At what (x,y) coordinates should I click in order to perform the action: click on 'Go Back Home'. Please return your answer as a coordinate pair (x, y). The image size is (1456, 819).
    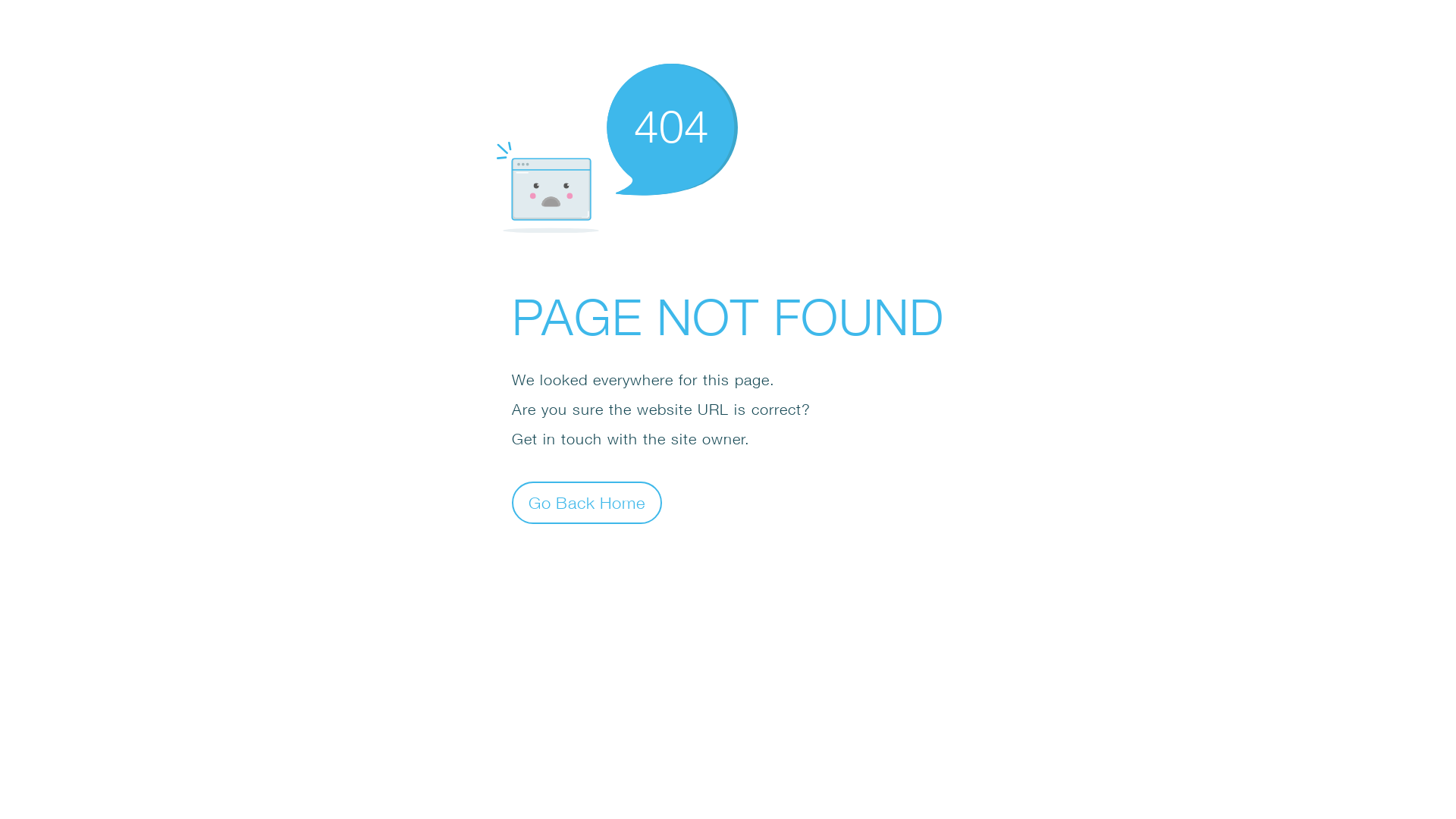
    Looking at the image, I should click on (585, 503).